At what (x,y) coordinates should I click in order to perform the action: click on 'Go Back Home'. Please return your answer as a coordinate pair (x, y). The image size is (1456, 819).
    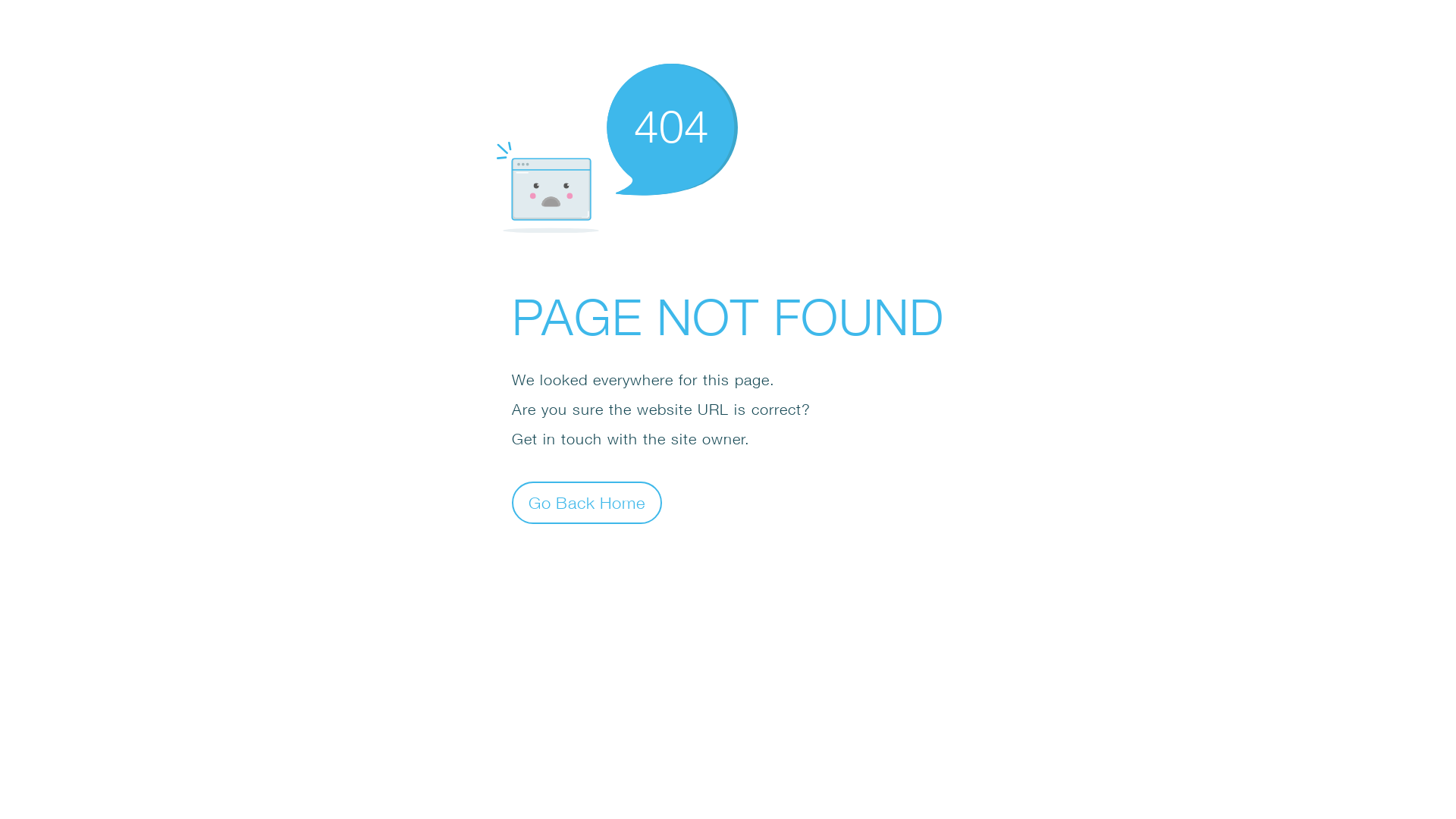
    Looking at the image, I should click on (585, 503).